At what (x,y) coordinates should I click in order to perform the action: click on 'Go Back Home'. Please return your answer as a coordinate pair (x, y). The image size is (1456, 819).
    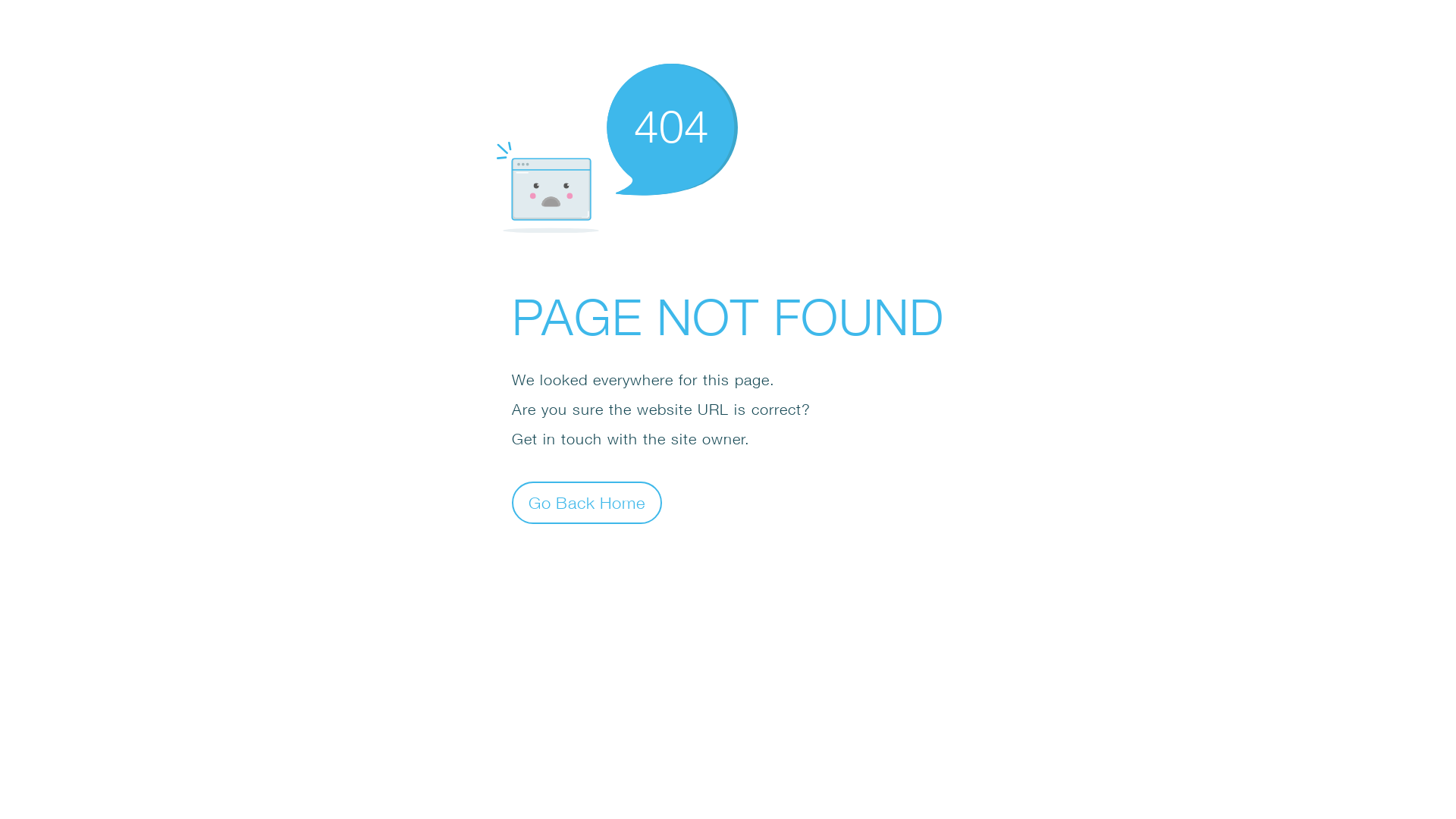
    Looking at the image, I should click on (585, 503).